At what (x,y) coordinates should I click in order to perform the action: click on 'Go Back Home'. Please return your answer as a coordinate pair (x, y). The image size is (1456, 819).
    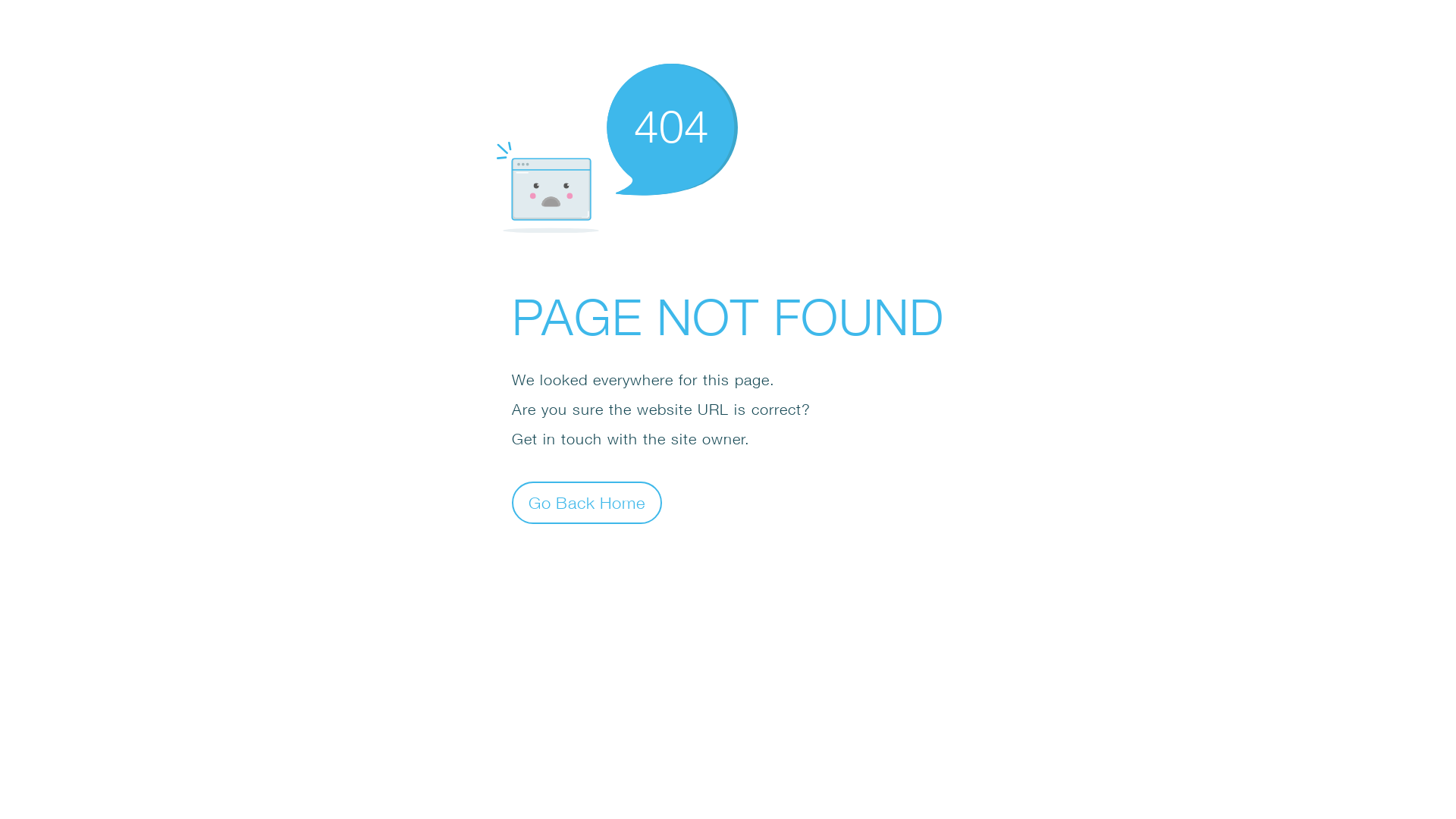
    Looking at the image, I should click on (585, 503).